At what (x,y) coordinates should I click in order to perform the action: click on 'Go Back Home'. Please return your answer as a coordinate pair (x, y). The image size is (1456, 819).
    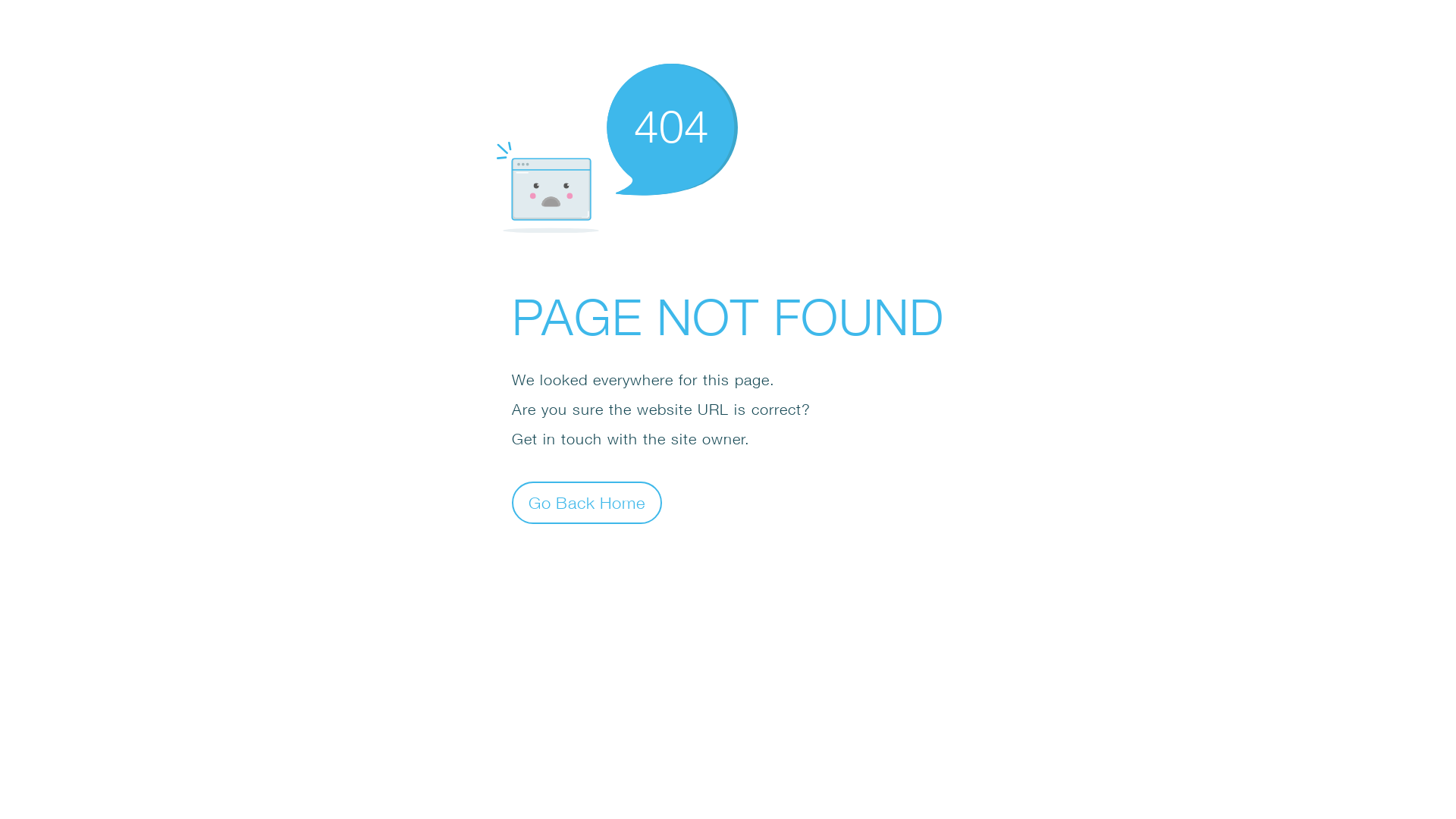
    Looking at the image, I should click on (585, 503).